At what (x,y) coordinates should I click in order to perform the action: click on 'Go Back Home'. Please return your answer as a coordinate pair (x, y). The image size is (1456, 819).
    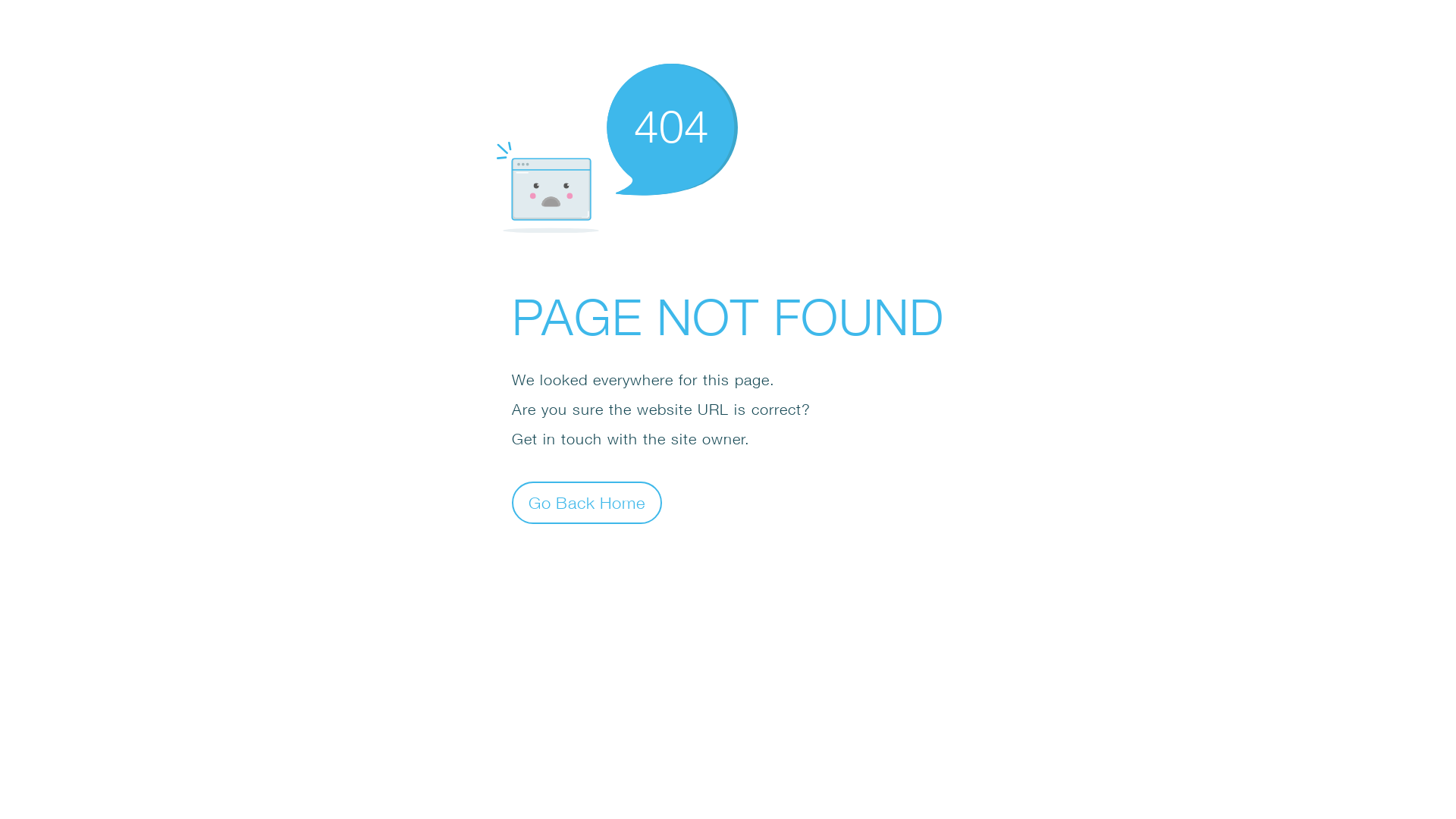
    Looking at the image, I should click on (585, 503).